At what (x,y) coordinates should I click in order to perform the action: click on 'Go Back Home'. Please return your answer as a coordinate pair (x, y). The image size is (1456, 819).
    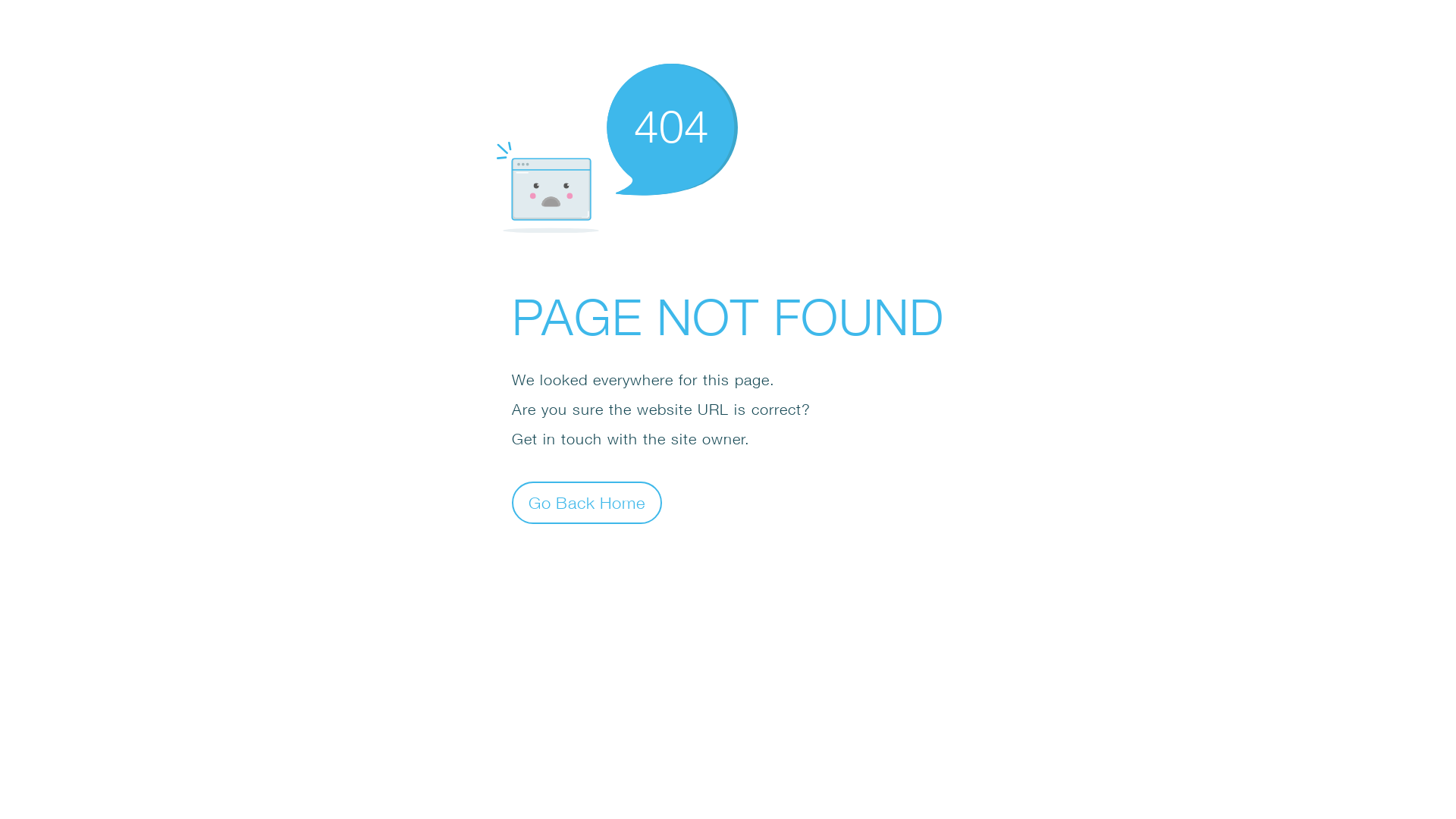
    Looking at the image, I should click on (585, 503).